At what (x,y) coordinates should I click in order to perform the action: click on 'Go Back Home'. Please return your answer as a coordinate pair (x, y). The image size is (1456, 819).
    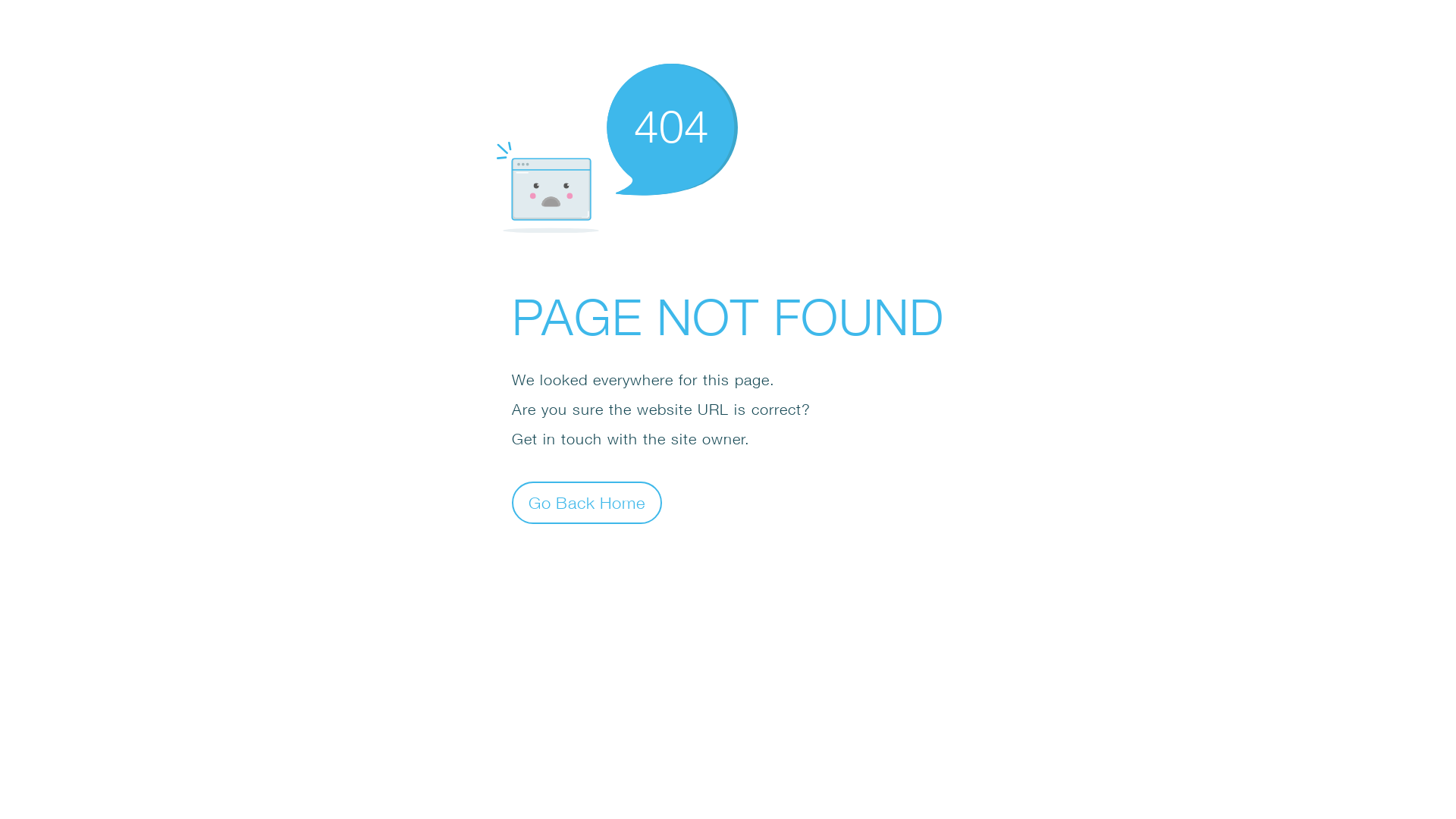
    Looking at the image, I should click on (585, 503).